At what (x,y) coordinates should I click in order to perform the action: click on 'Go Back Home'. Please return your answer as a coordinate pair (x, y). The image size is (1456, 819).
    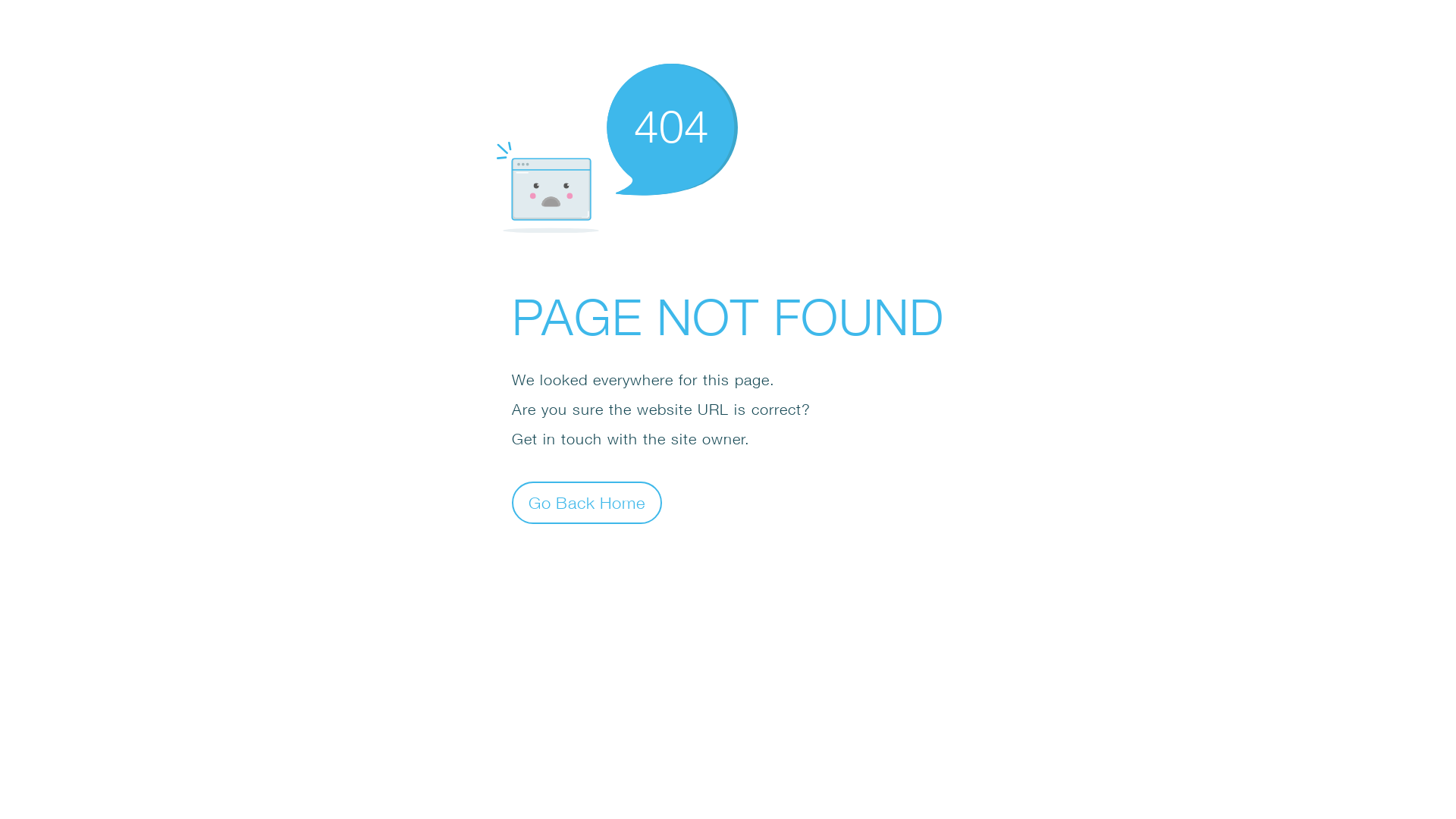
    Looking at the image, I should click on (585, 503).